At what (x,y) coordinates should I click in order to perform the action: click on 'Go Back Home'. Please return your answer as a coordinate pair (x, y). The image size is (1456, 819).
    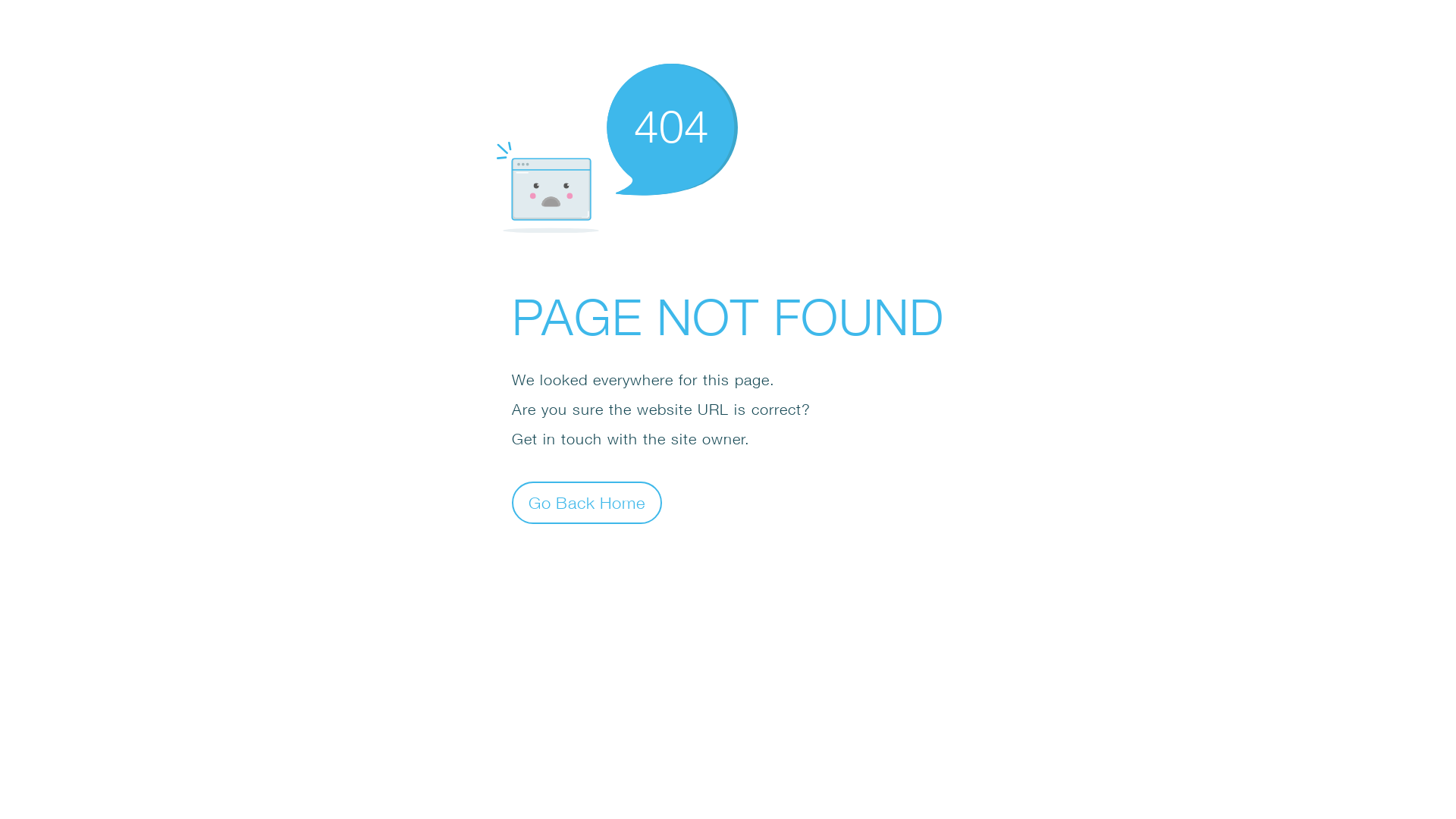
    Looking at the image, I should click on (585, 503).